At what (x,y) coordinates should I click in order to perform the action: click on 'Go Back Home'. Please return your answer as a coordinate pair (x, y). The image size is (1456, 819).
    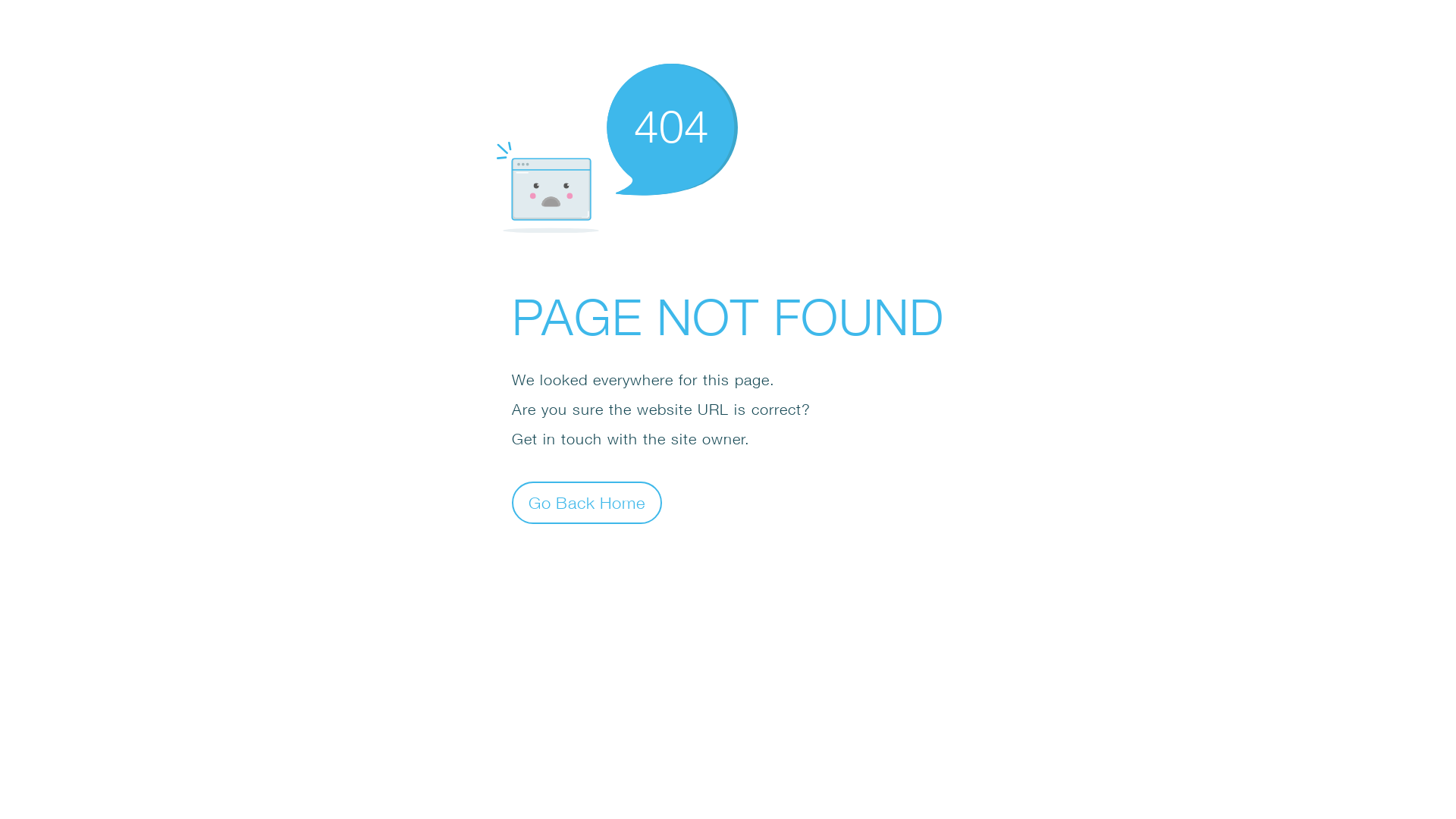
    Looking at the image, I should click on (585, 503).